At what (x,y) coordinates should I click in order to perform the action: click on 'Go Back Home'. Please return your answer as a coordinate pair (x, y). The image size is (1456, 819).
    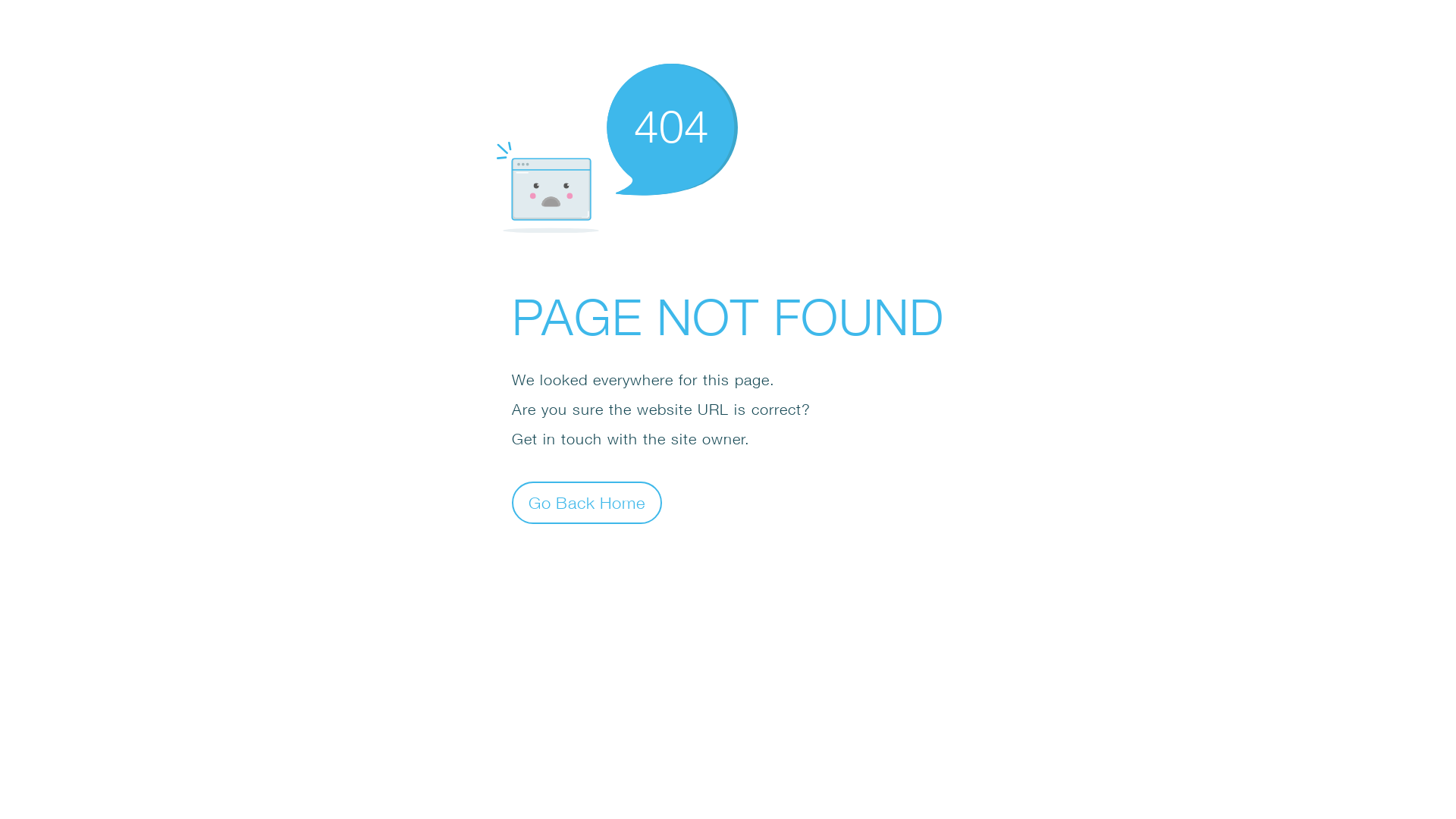
    Looking at the image, I should click on (585, 503).